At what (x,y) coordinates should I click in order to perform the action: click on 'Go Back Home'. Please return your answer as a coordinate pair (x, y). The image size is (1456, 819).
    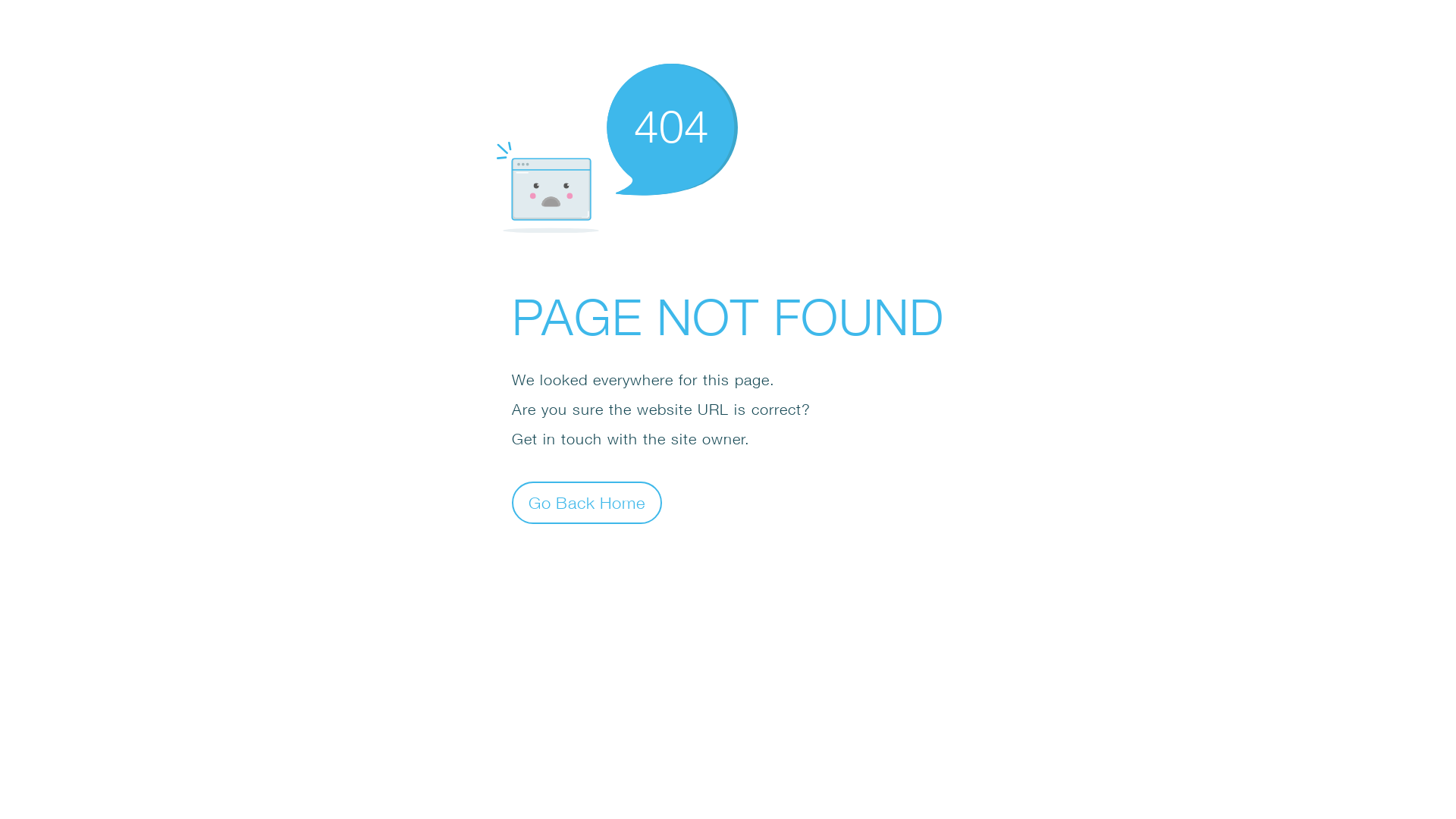
    Looking at the image, I should click on (585, 503).